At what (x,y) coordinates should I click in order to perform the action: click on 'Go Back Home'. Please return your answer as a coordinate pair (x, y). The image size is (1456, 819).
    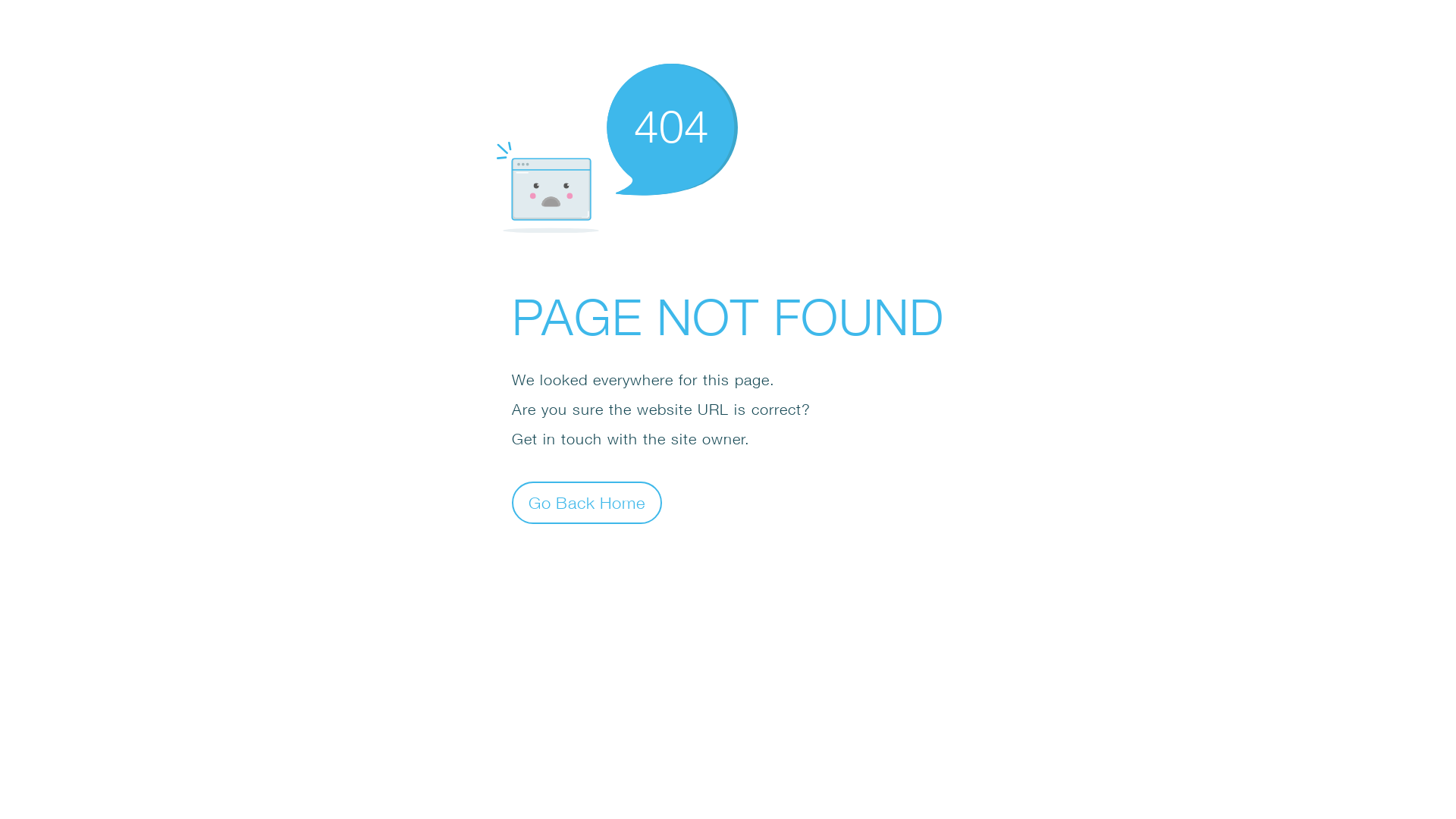
    Looking at the image, I should click on (585, 503).